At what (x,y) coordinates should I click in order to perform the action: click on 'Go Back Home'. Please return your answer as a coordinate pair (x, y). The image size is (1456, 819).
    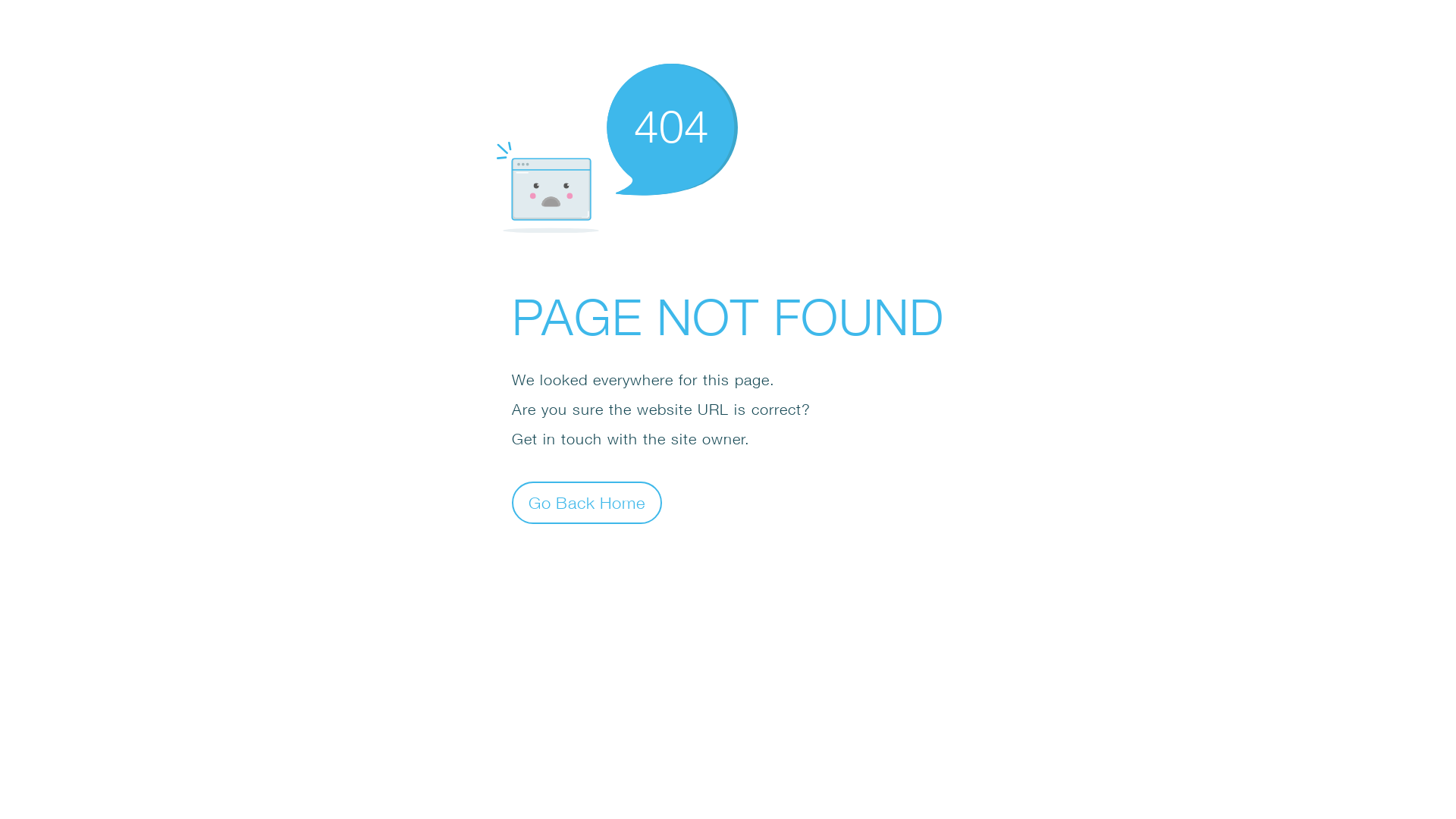
    Looking at the image, I should click on (585, 503).